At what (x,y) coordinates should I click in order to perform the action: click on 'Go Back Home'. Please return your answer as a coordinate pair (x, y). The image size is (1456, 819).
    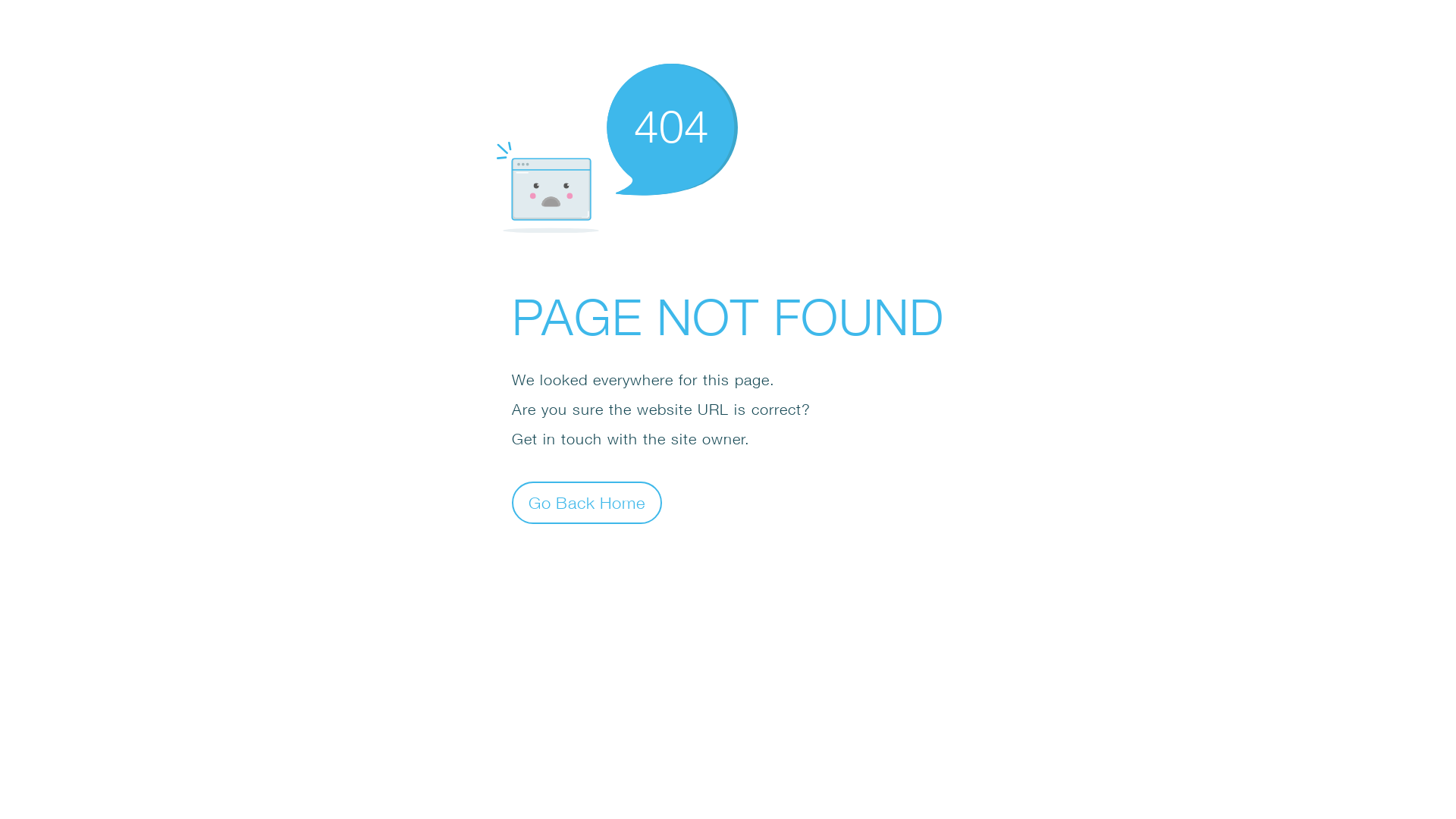
    Looking at the image, I should click on (585, 503).